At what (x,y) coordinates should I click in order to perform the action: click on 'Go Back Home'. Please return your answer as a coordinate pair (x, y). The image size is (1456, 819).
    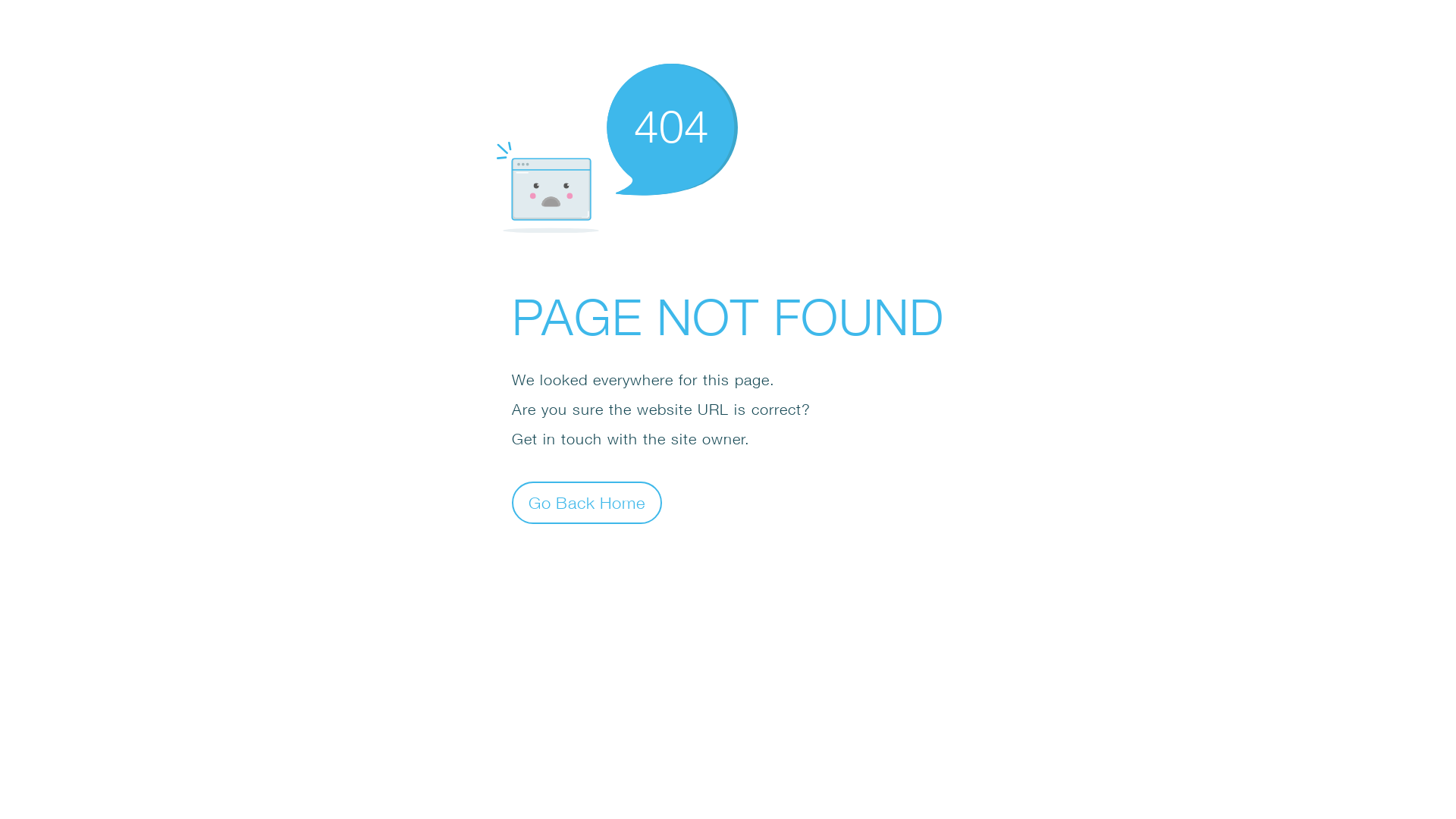
    Looking at the image, I should click on (585, 503).